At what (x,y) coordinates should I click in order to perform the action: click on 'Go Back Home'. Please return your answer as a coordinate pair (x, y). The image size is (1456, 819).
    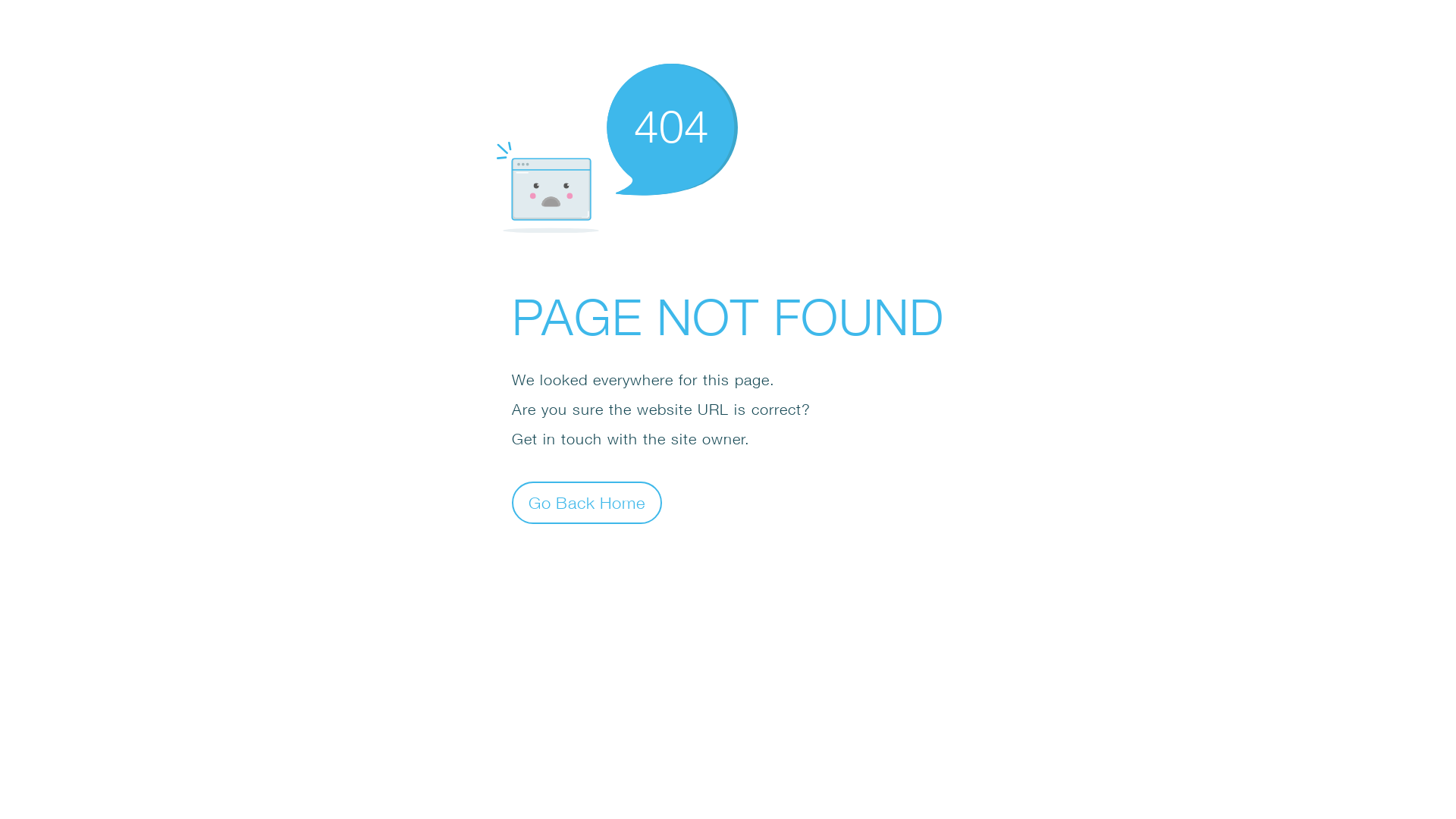
    Looking at the image, I should click on (585, 503).